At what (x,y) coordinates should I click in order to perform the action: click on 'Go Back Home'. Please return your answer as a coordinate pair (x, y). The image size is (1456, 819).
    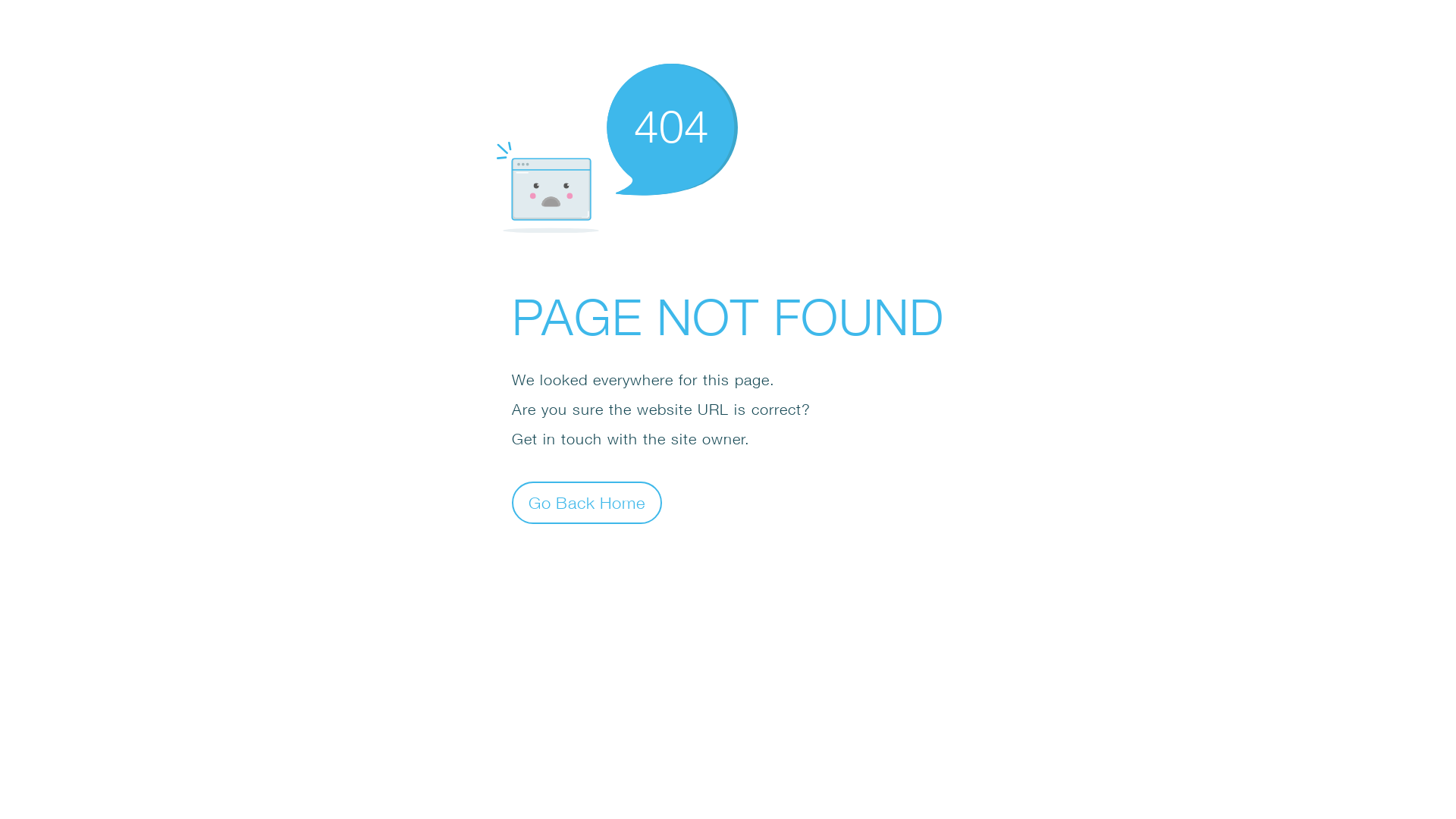
    Looking at the image, I should click on (585, 503).